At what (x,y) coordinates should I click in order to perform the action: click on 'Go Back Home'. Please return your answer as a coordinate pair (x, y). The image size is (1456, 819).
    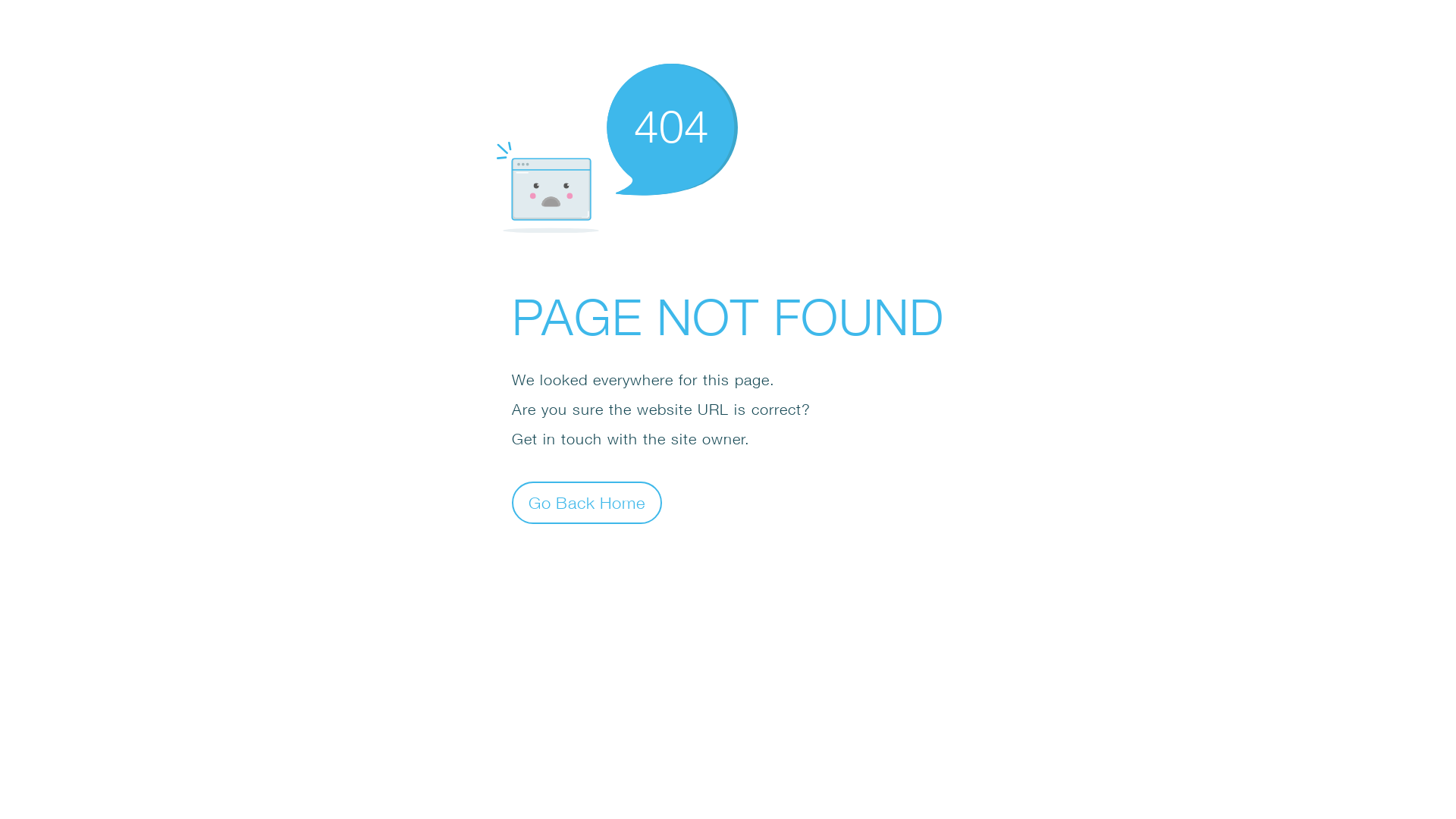
    Looking at the image, I should click on (585, 503).